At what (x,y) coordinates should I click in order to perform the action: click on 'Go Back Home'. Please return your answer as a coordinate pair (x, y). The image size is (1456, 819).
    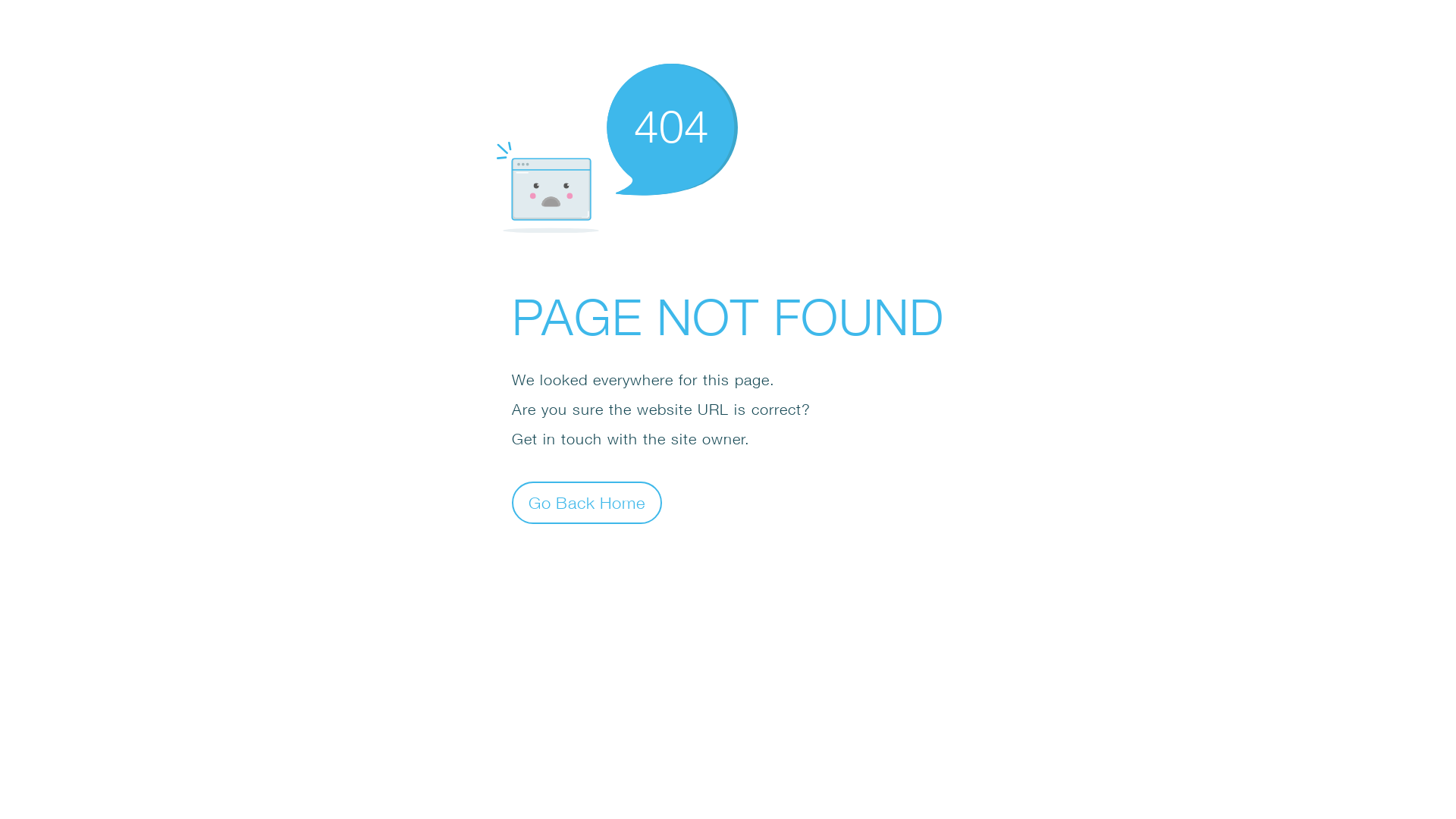
    Looking at the image, I should click on (585, 503).